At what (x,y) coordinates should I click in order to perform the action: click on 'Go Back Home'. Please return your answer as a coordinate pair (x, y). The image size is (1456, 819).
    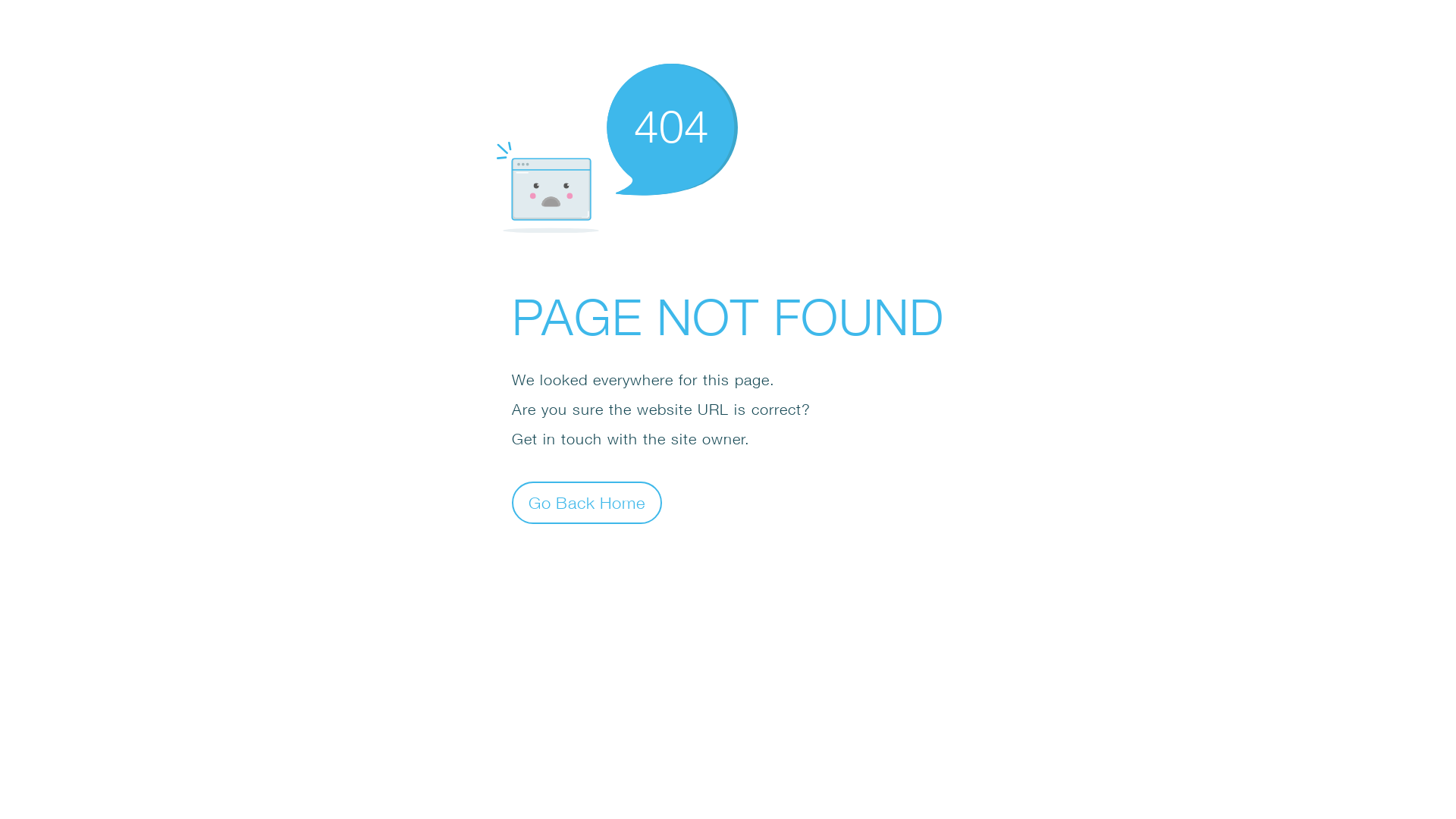
    Looking at the image, I should click on (585, 503).